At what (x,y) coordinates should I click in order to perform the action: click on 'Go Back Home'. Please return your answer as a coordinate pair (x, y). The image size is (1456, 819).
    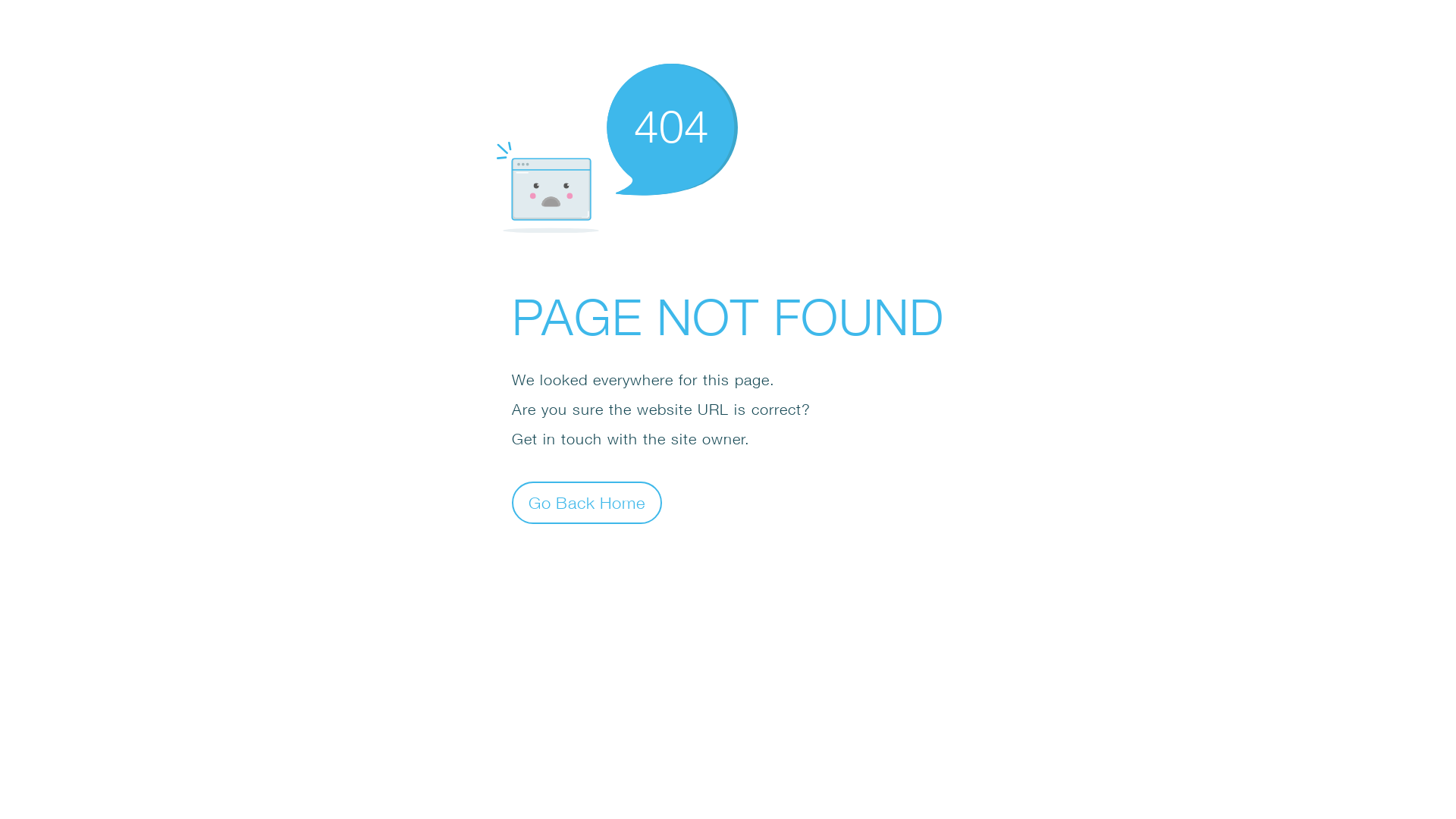
    Looking at the image, I should click on (585, 503).